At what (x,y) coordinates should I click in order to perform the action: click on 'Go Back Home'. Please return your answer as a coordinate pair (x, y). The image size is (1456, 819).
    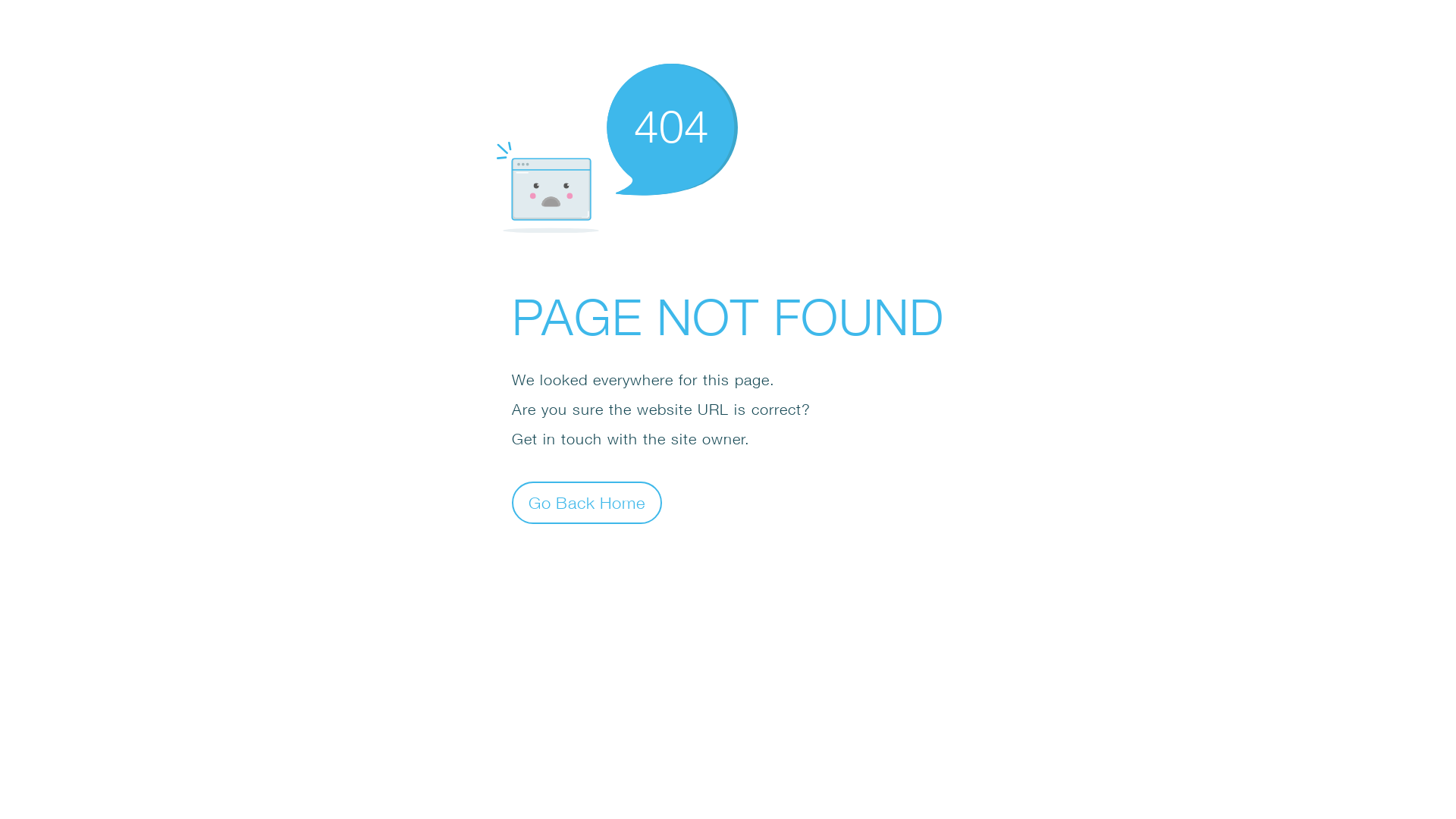
    Looking at the image, I should click on (585, 503).